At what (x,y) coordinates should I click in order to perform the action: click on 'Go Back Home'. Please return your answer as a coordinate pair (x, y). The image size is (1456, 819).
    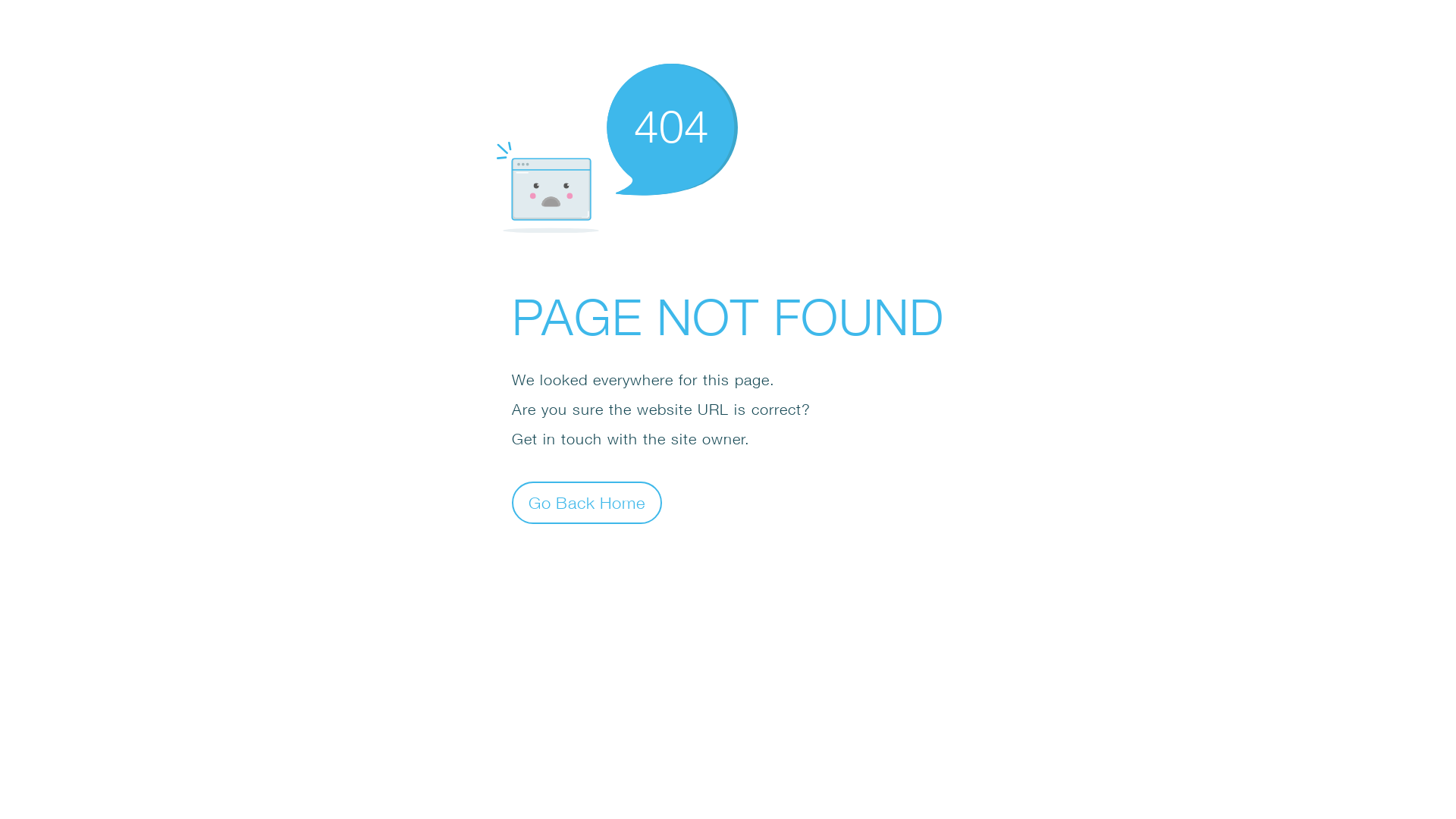
    Looking at the image, I should click on (585, 503).